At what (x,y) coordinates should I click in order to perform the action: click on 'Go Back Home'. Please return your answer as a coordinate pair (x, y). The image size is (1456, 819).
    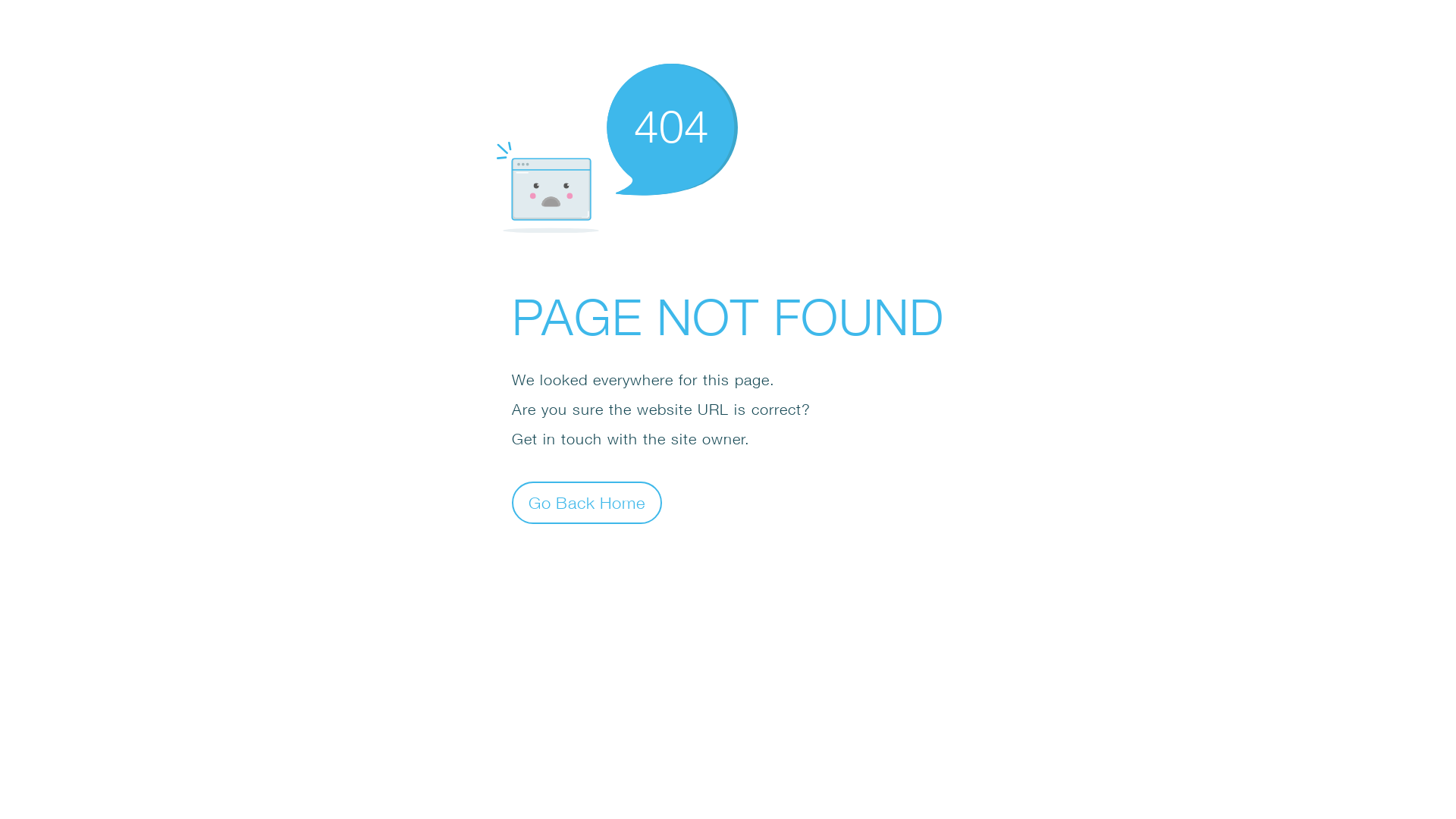
    Looking at the image, I should click on (585, 503).